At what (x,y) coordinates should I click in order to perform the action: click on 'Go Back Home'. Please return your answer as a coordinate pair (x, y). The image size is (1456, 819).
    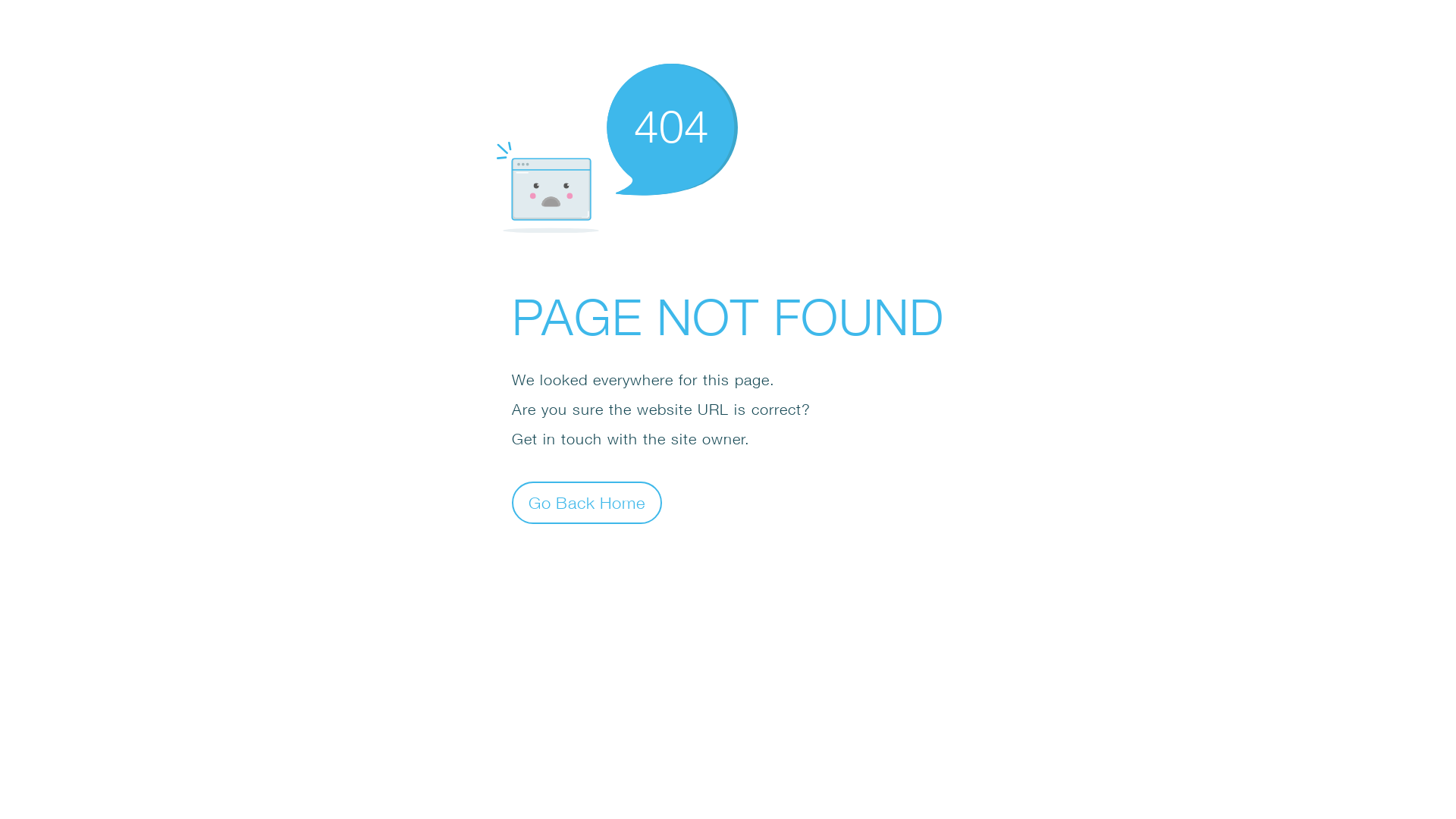
    Looking at the image, I should click on (585, 503).